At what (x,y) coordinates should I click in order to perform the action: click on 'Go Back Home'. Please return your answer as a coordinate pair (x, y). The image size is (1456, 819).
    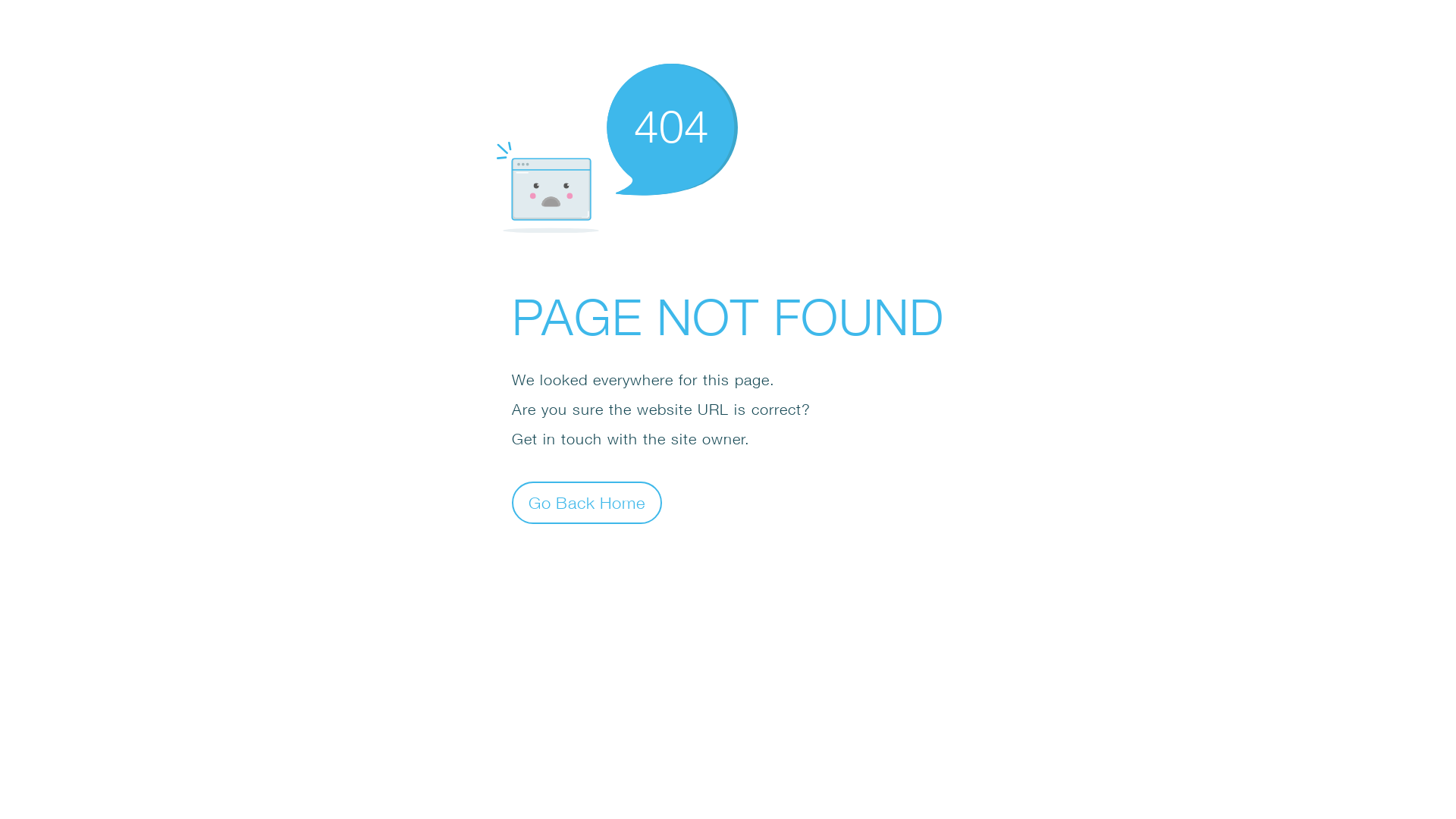
    Looking at the image, I should click on (585, 503).